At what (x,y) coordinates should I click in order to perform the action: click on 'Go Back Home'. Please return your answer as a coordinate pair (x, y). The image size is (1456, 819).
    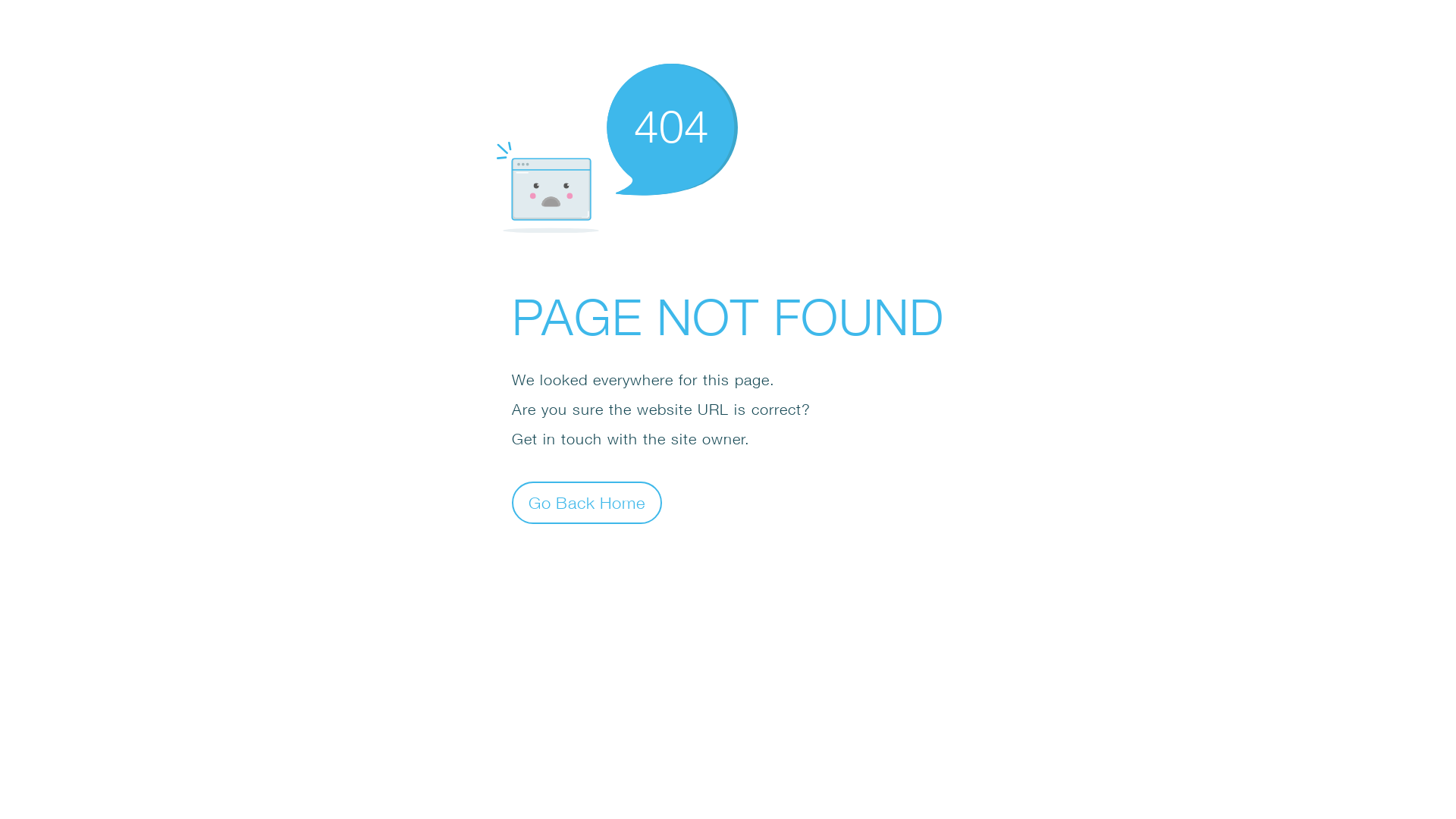
    Looking at the image, I should click on (585, 503).